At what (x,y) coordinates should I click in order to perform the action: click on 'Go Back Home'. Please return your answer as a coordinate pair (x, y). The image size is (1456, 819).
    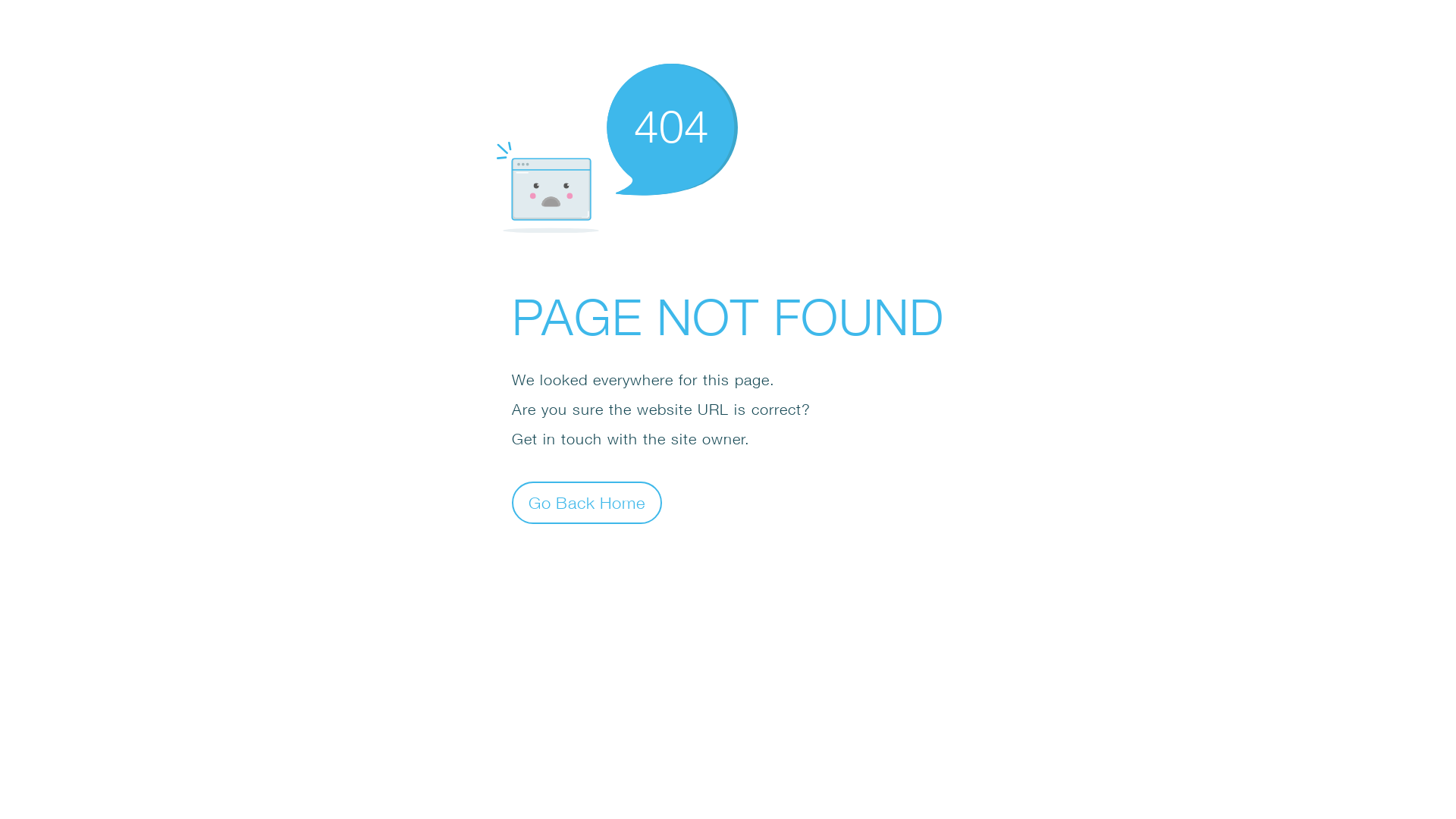
    Looking at the image, I should click on (585, 503).